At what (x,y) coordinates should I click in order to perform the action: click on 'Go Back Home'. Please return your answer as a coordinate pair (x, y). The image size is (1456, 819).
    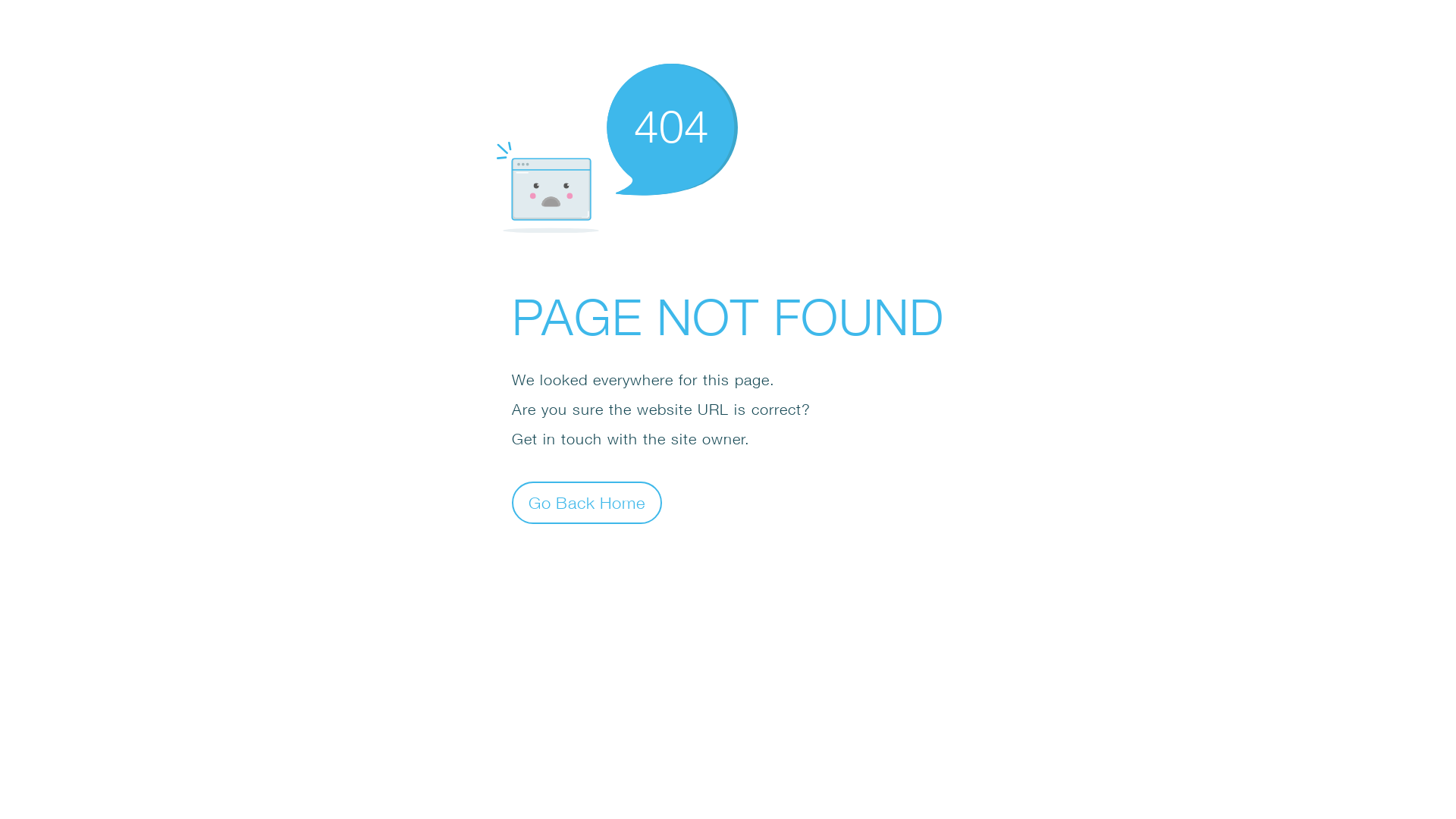
    Looking at the image, I should click on (585, 503).